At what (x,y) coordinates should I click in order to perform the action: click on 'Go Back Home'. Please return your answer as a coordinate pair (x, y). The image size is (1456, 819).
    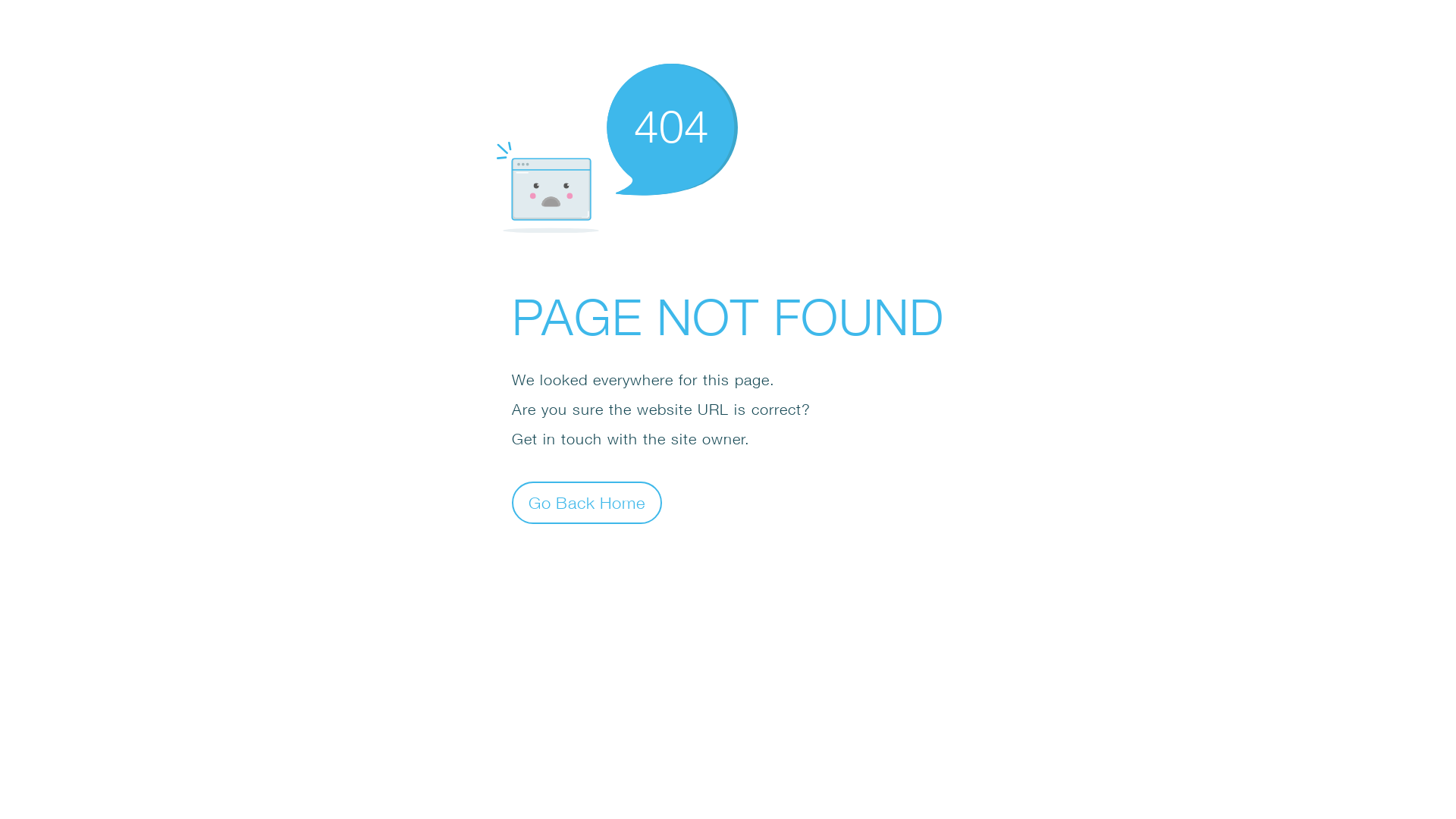
    Looking at the image, I should click on (585, 503).